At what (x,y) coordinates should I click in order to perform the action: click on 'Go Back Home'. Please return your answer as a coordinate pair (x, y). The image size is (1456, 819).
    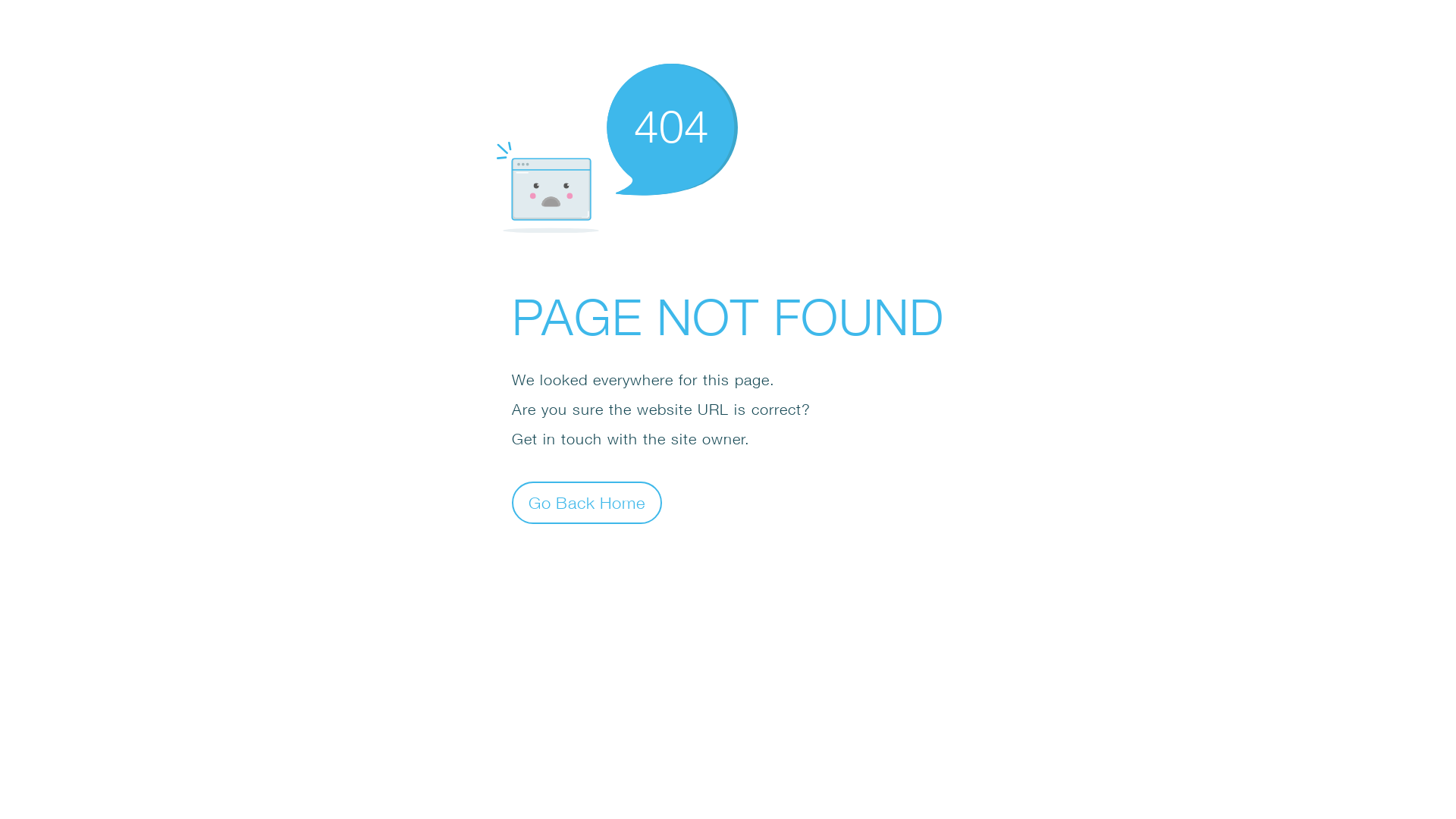
    Looking at the image, I should click on (585, 503).